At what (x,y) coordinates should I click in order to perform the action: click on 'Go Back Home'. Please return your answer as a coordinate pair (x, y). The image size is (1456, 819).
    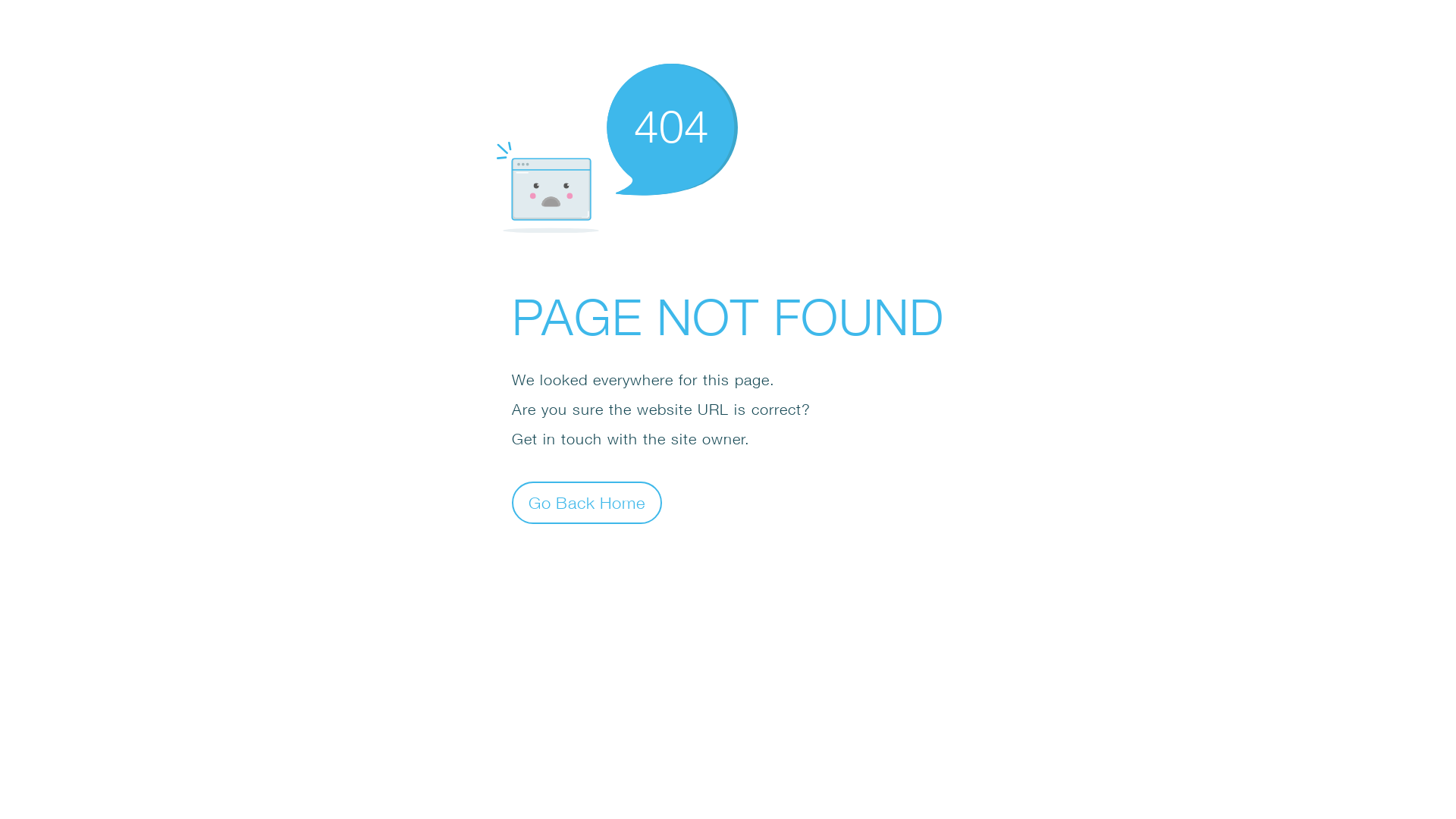
    Looking at the image, I should click on (585, 503).